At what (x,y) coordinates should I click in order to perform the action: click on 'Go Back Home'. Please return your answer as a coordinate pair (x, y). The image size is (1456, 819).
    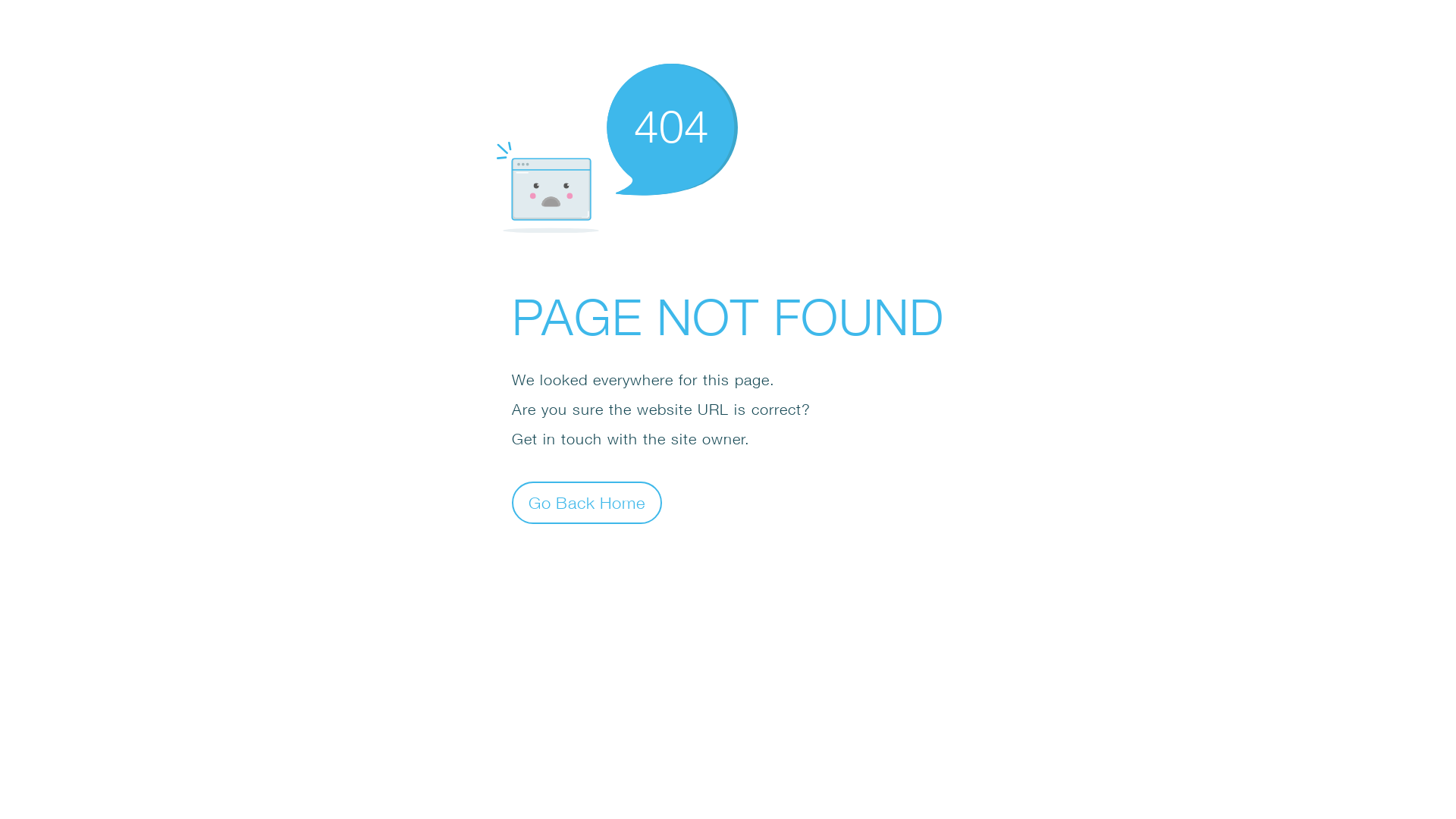
    Looking at the image, I should click on (585, 503).